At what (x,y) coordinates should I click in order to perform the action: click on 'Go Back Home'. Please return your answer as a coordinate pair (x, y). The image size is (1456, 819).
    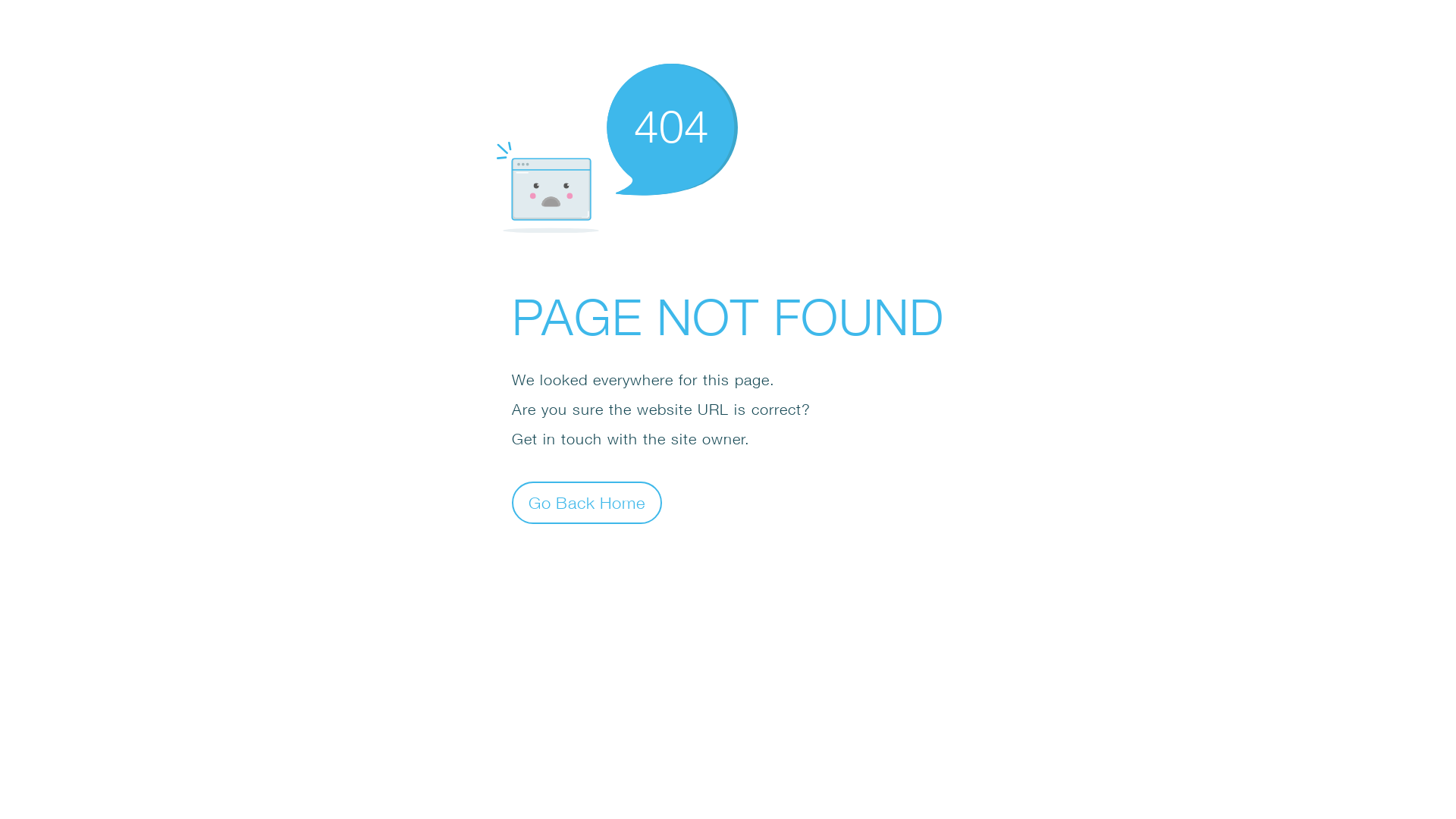
    Looking at the image, I should click on (585, 503).